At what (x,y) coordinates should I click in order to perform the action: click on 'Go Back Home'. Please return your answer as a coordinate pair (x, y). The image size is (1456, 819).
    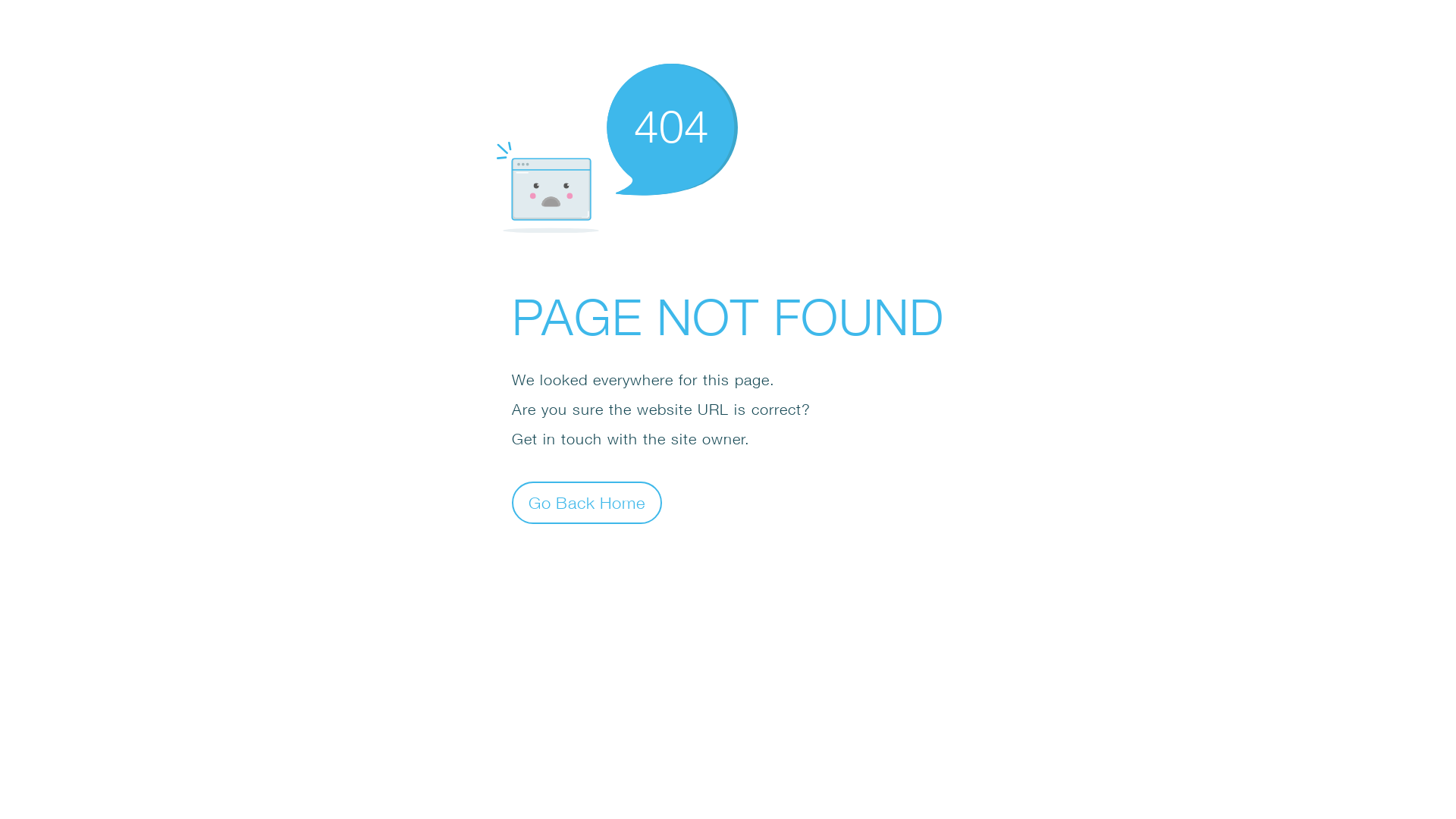
    Looking at the image, I should click on (585, 503).